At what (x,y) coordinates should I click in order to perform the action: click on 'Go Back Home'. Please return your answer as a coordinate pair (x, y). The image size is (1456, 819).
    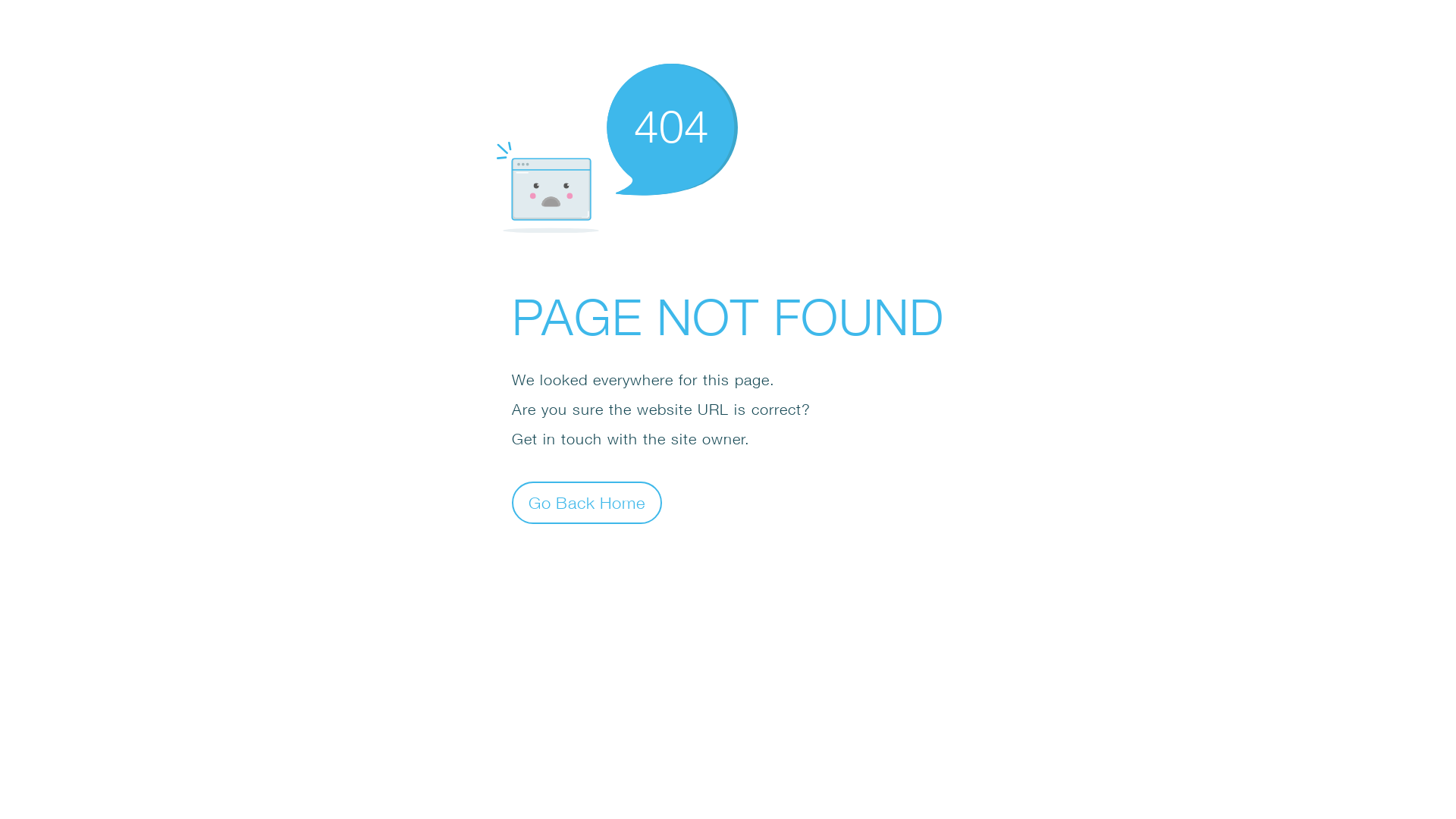
    Looking at the image, I should click on (585, 503).